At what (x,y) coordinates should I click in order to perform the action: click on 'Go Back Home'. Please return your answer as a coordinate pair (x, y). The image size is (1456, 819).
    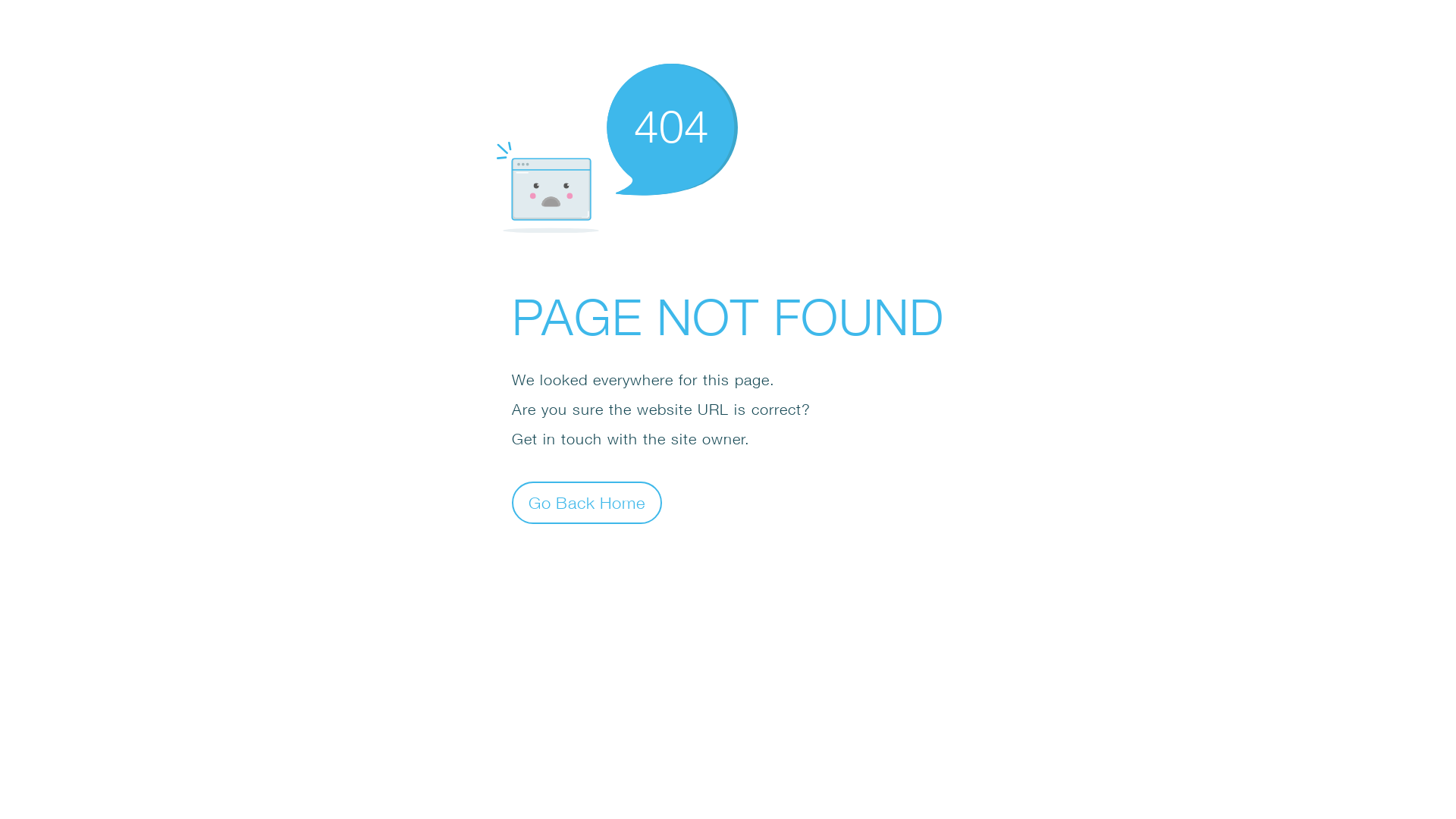
    Looking at the image, I should click on (585, 503).